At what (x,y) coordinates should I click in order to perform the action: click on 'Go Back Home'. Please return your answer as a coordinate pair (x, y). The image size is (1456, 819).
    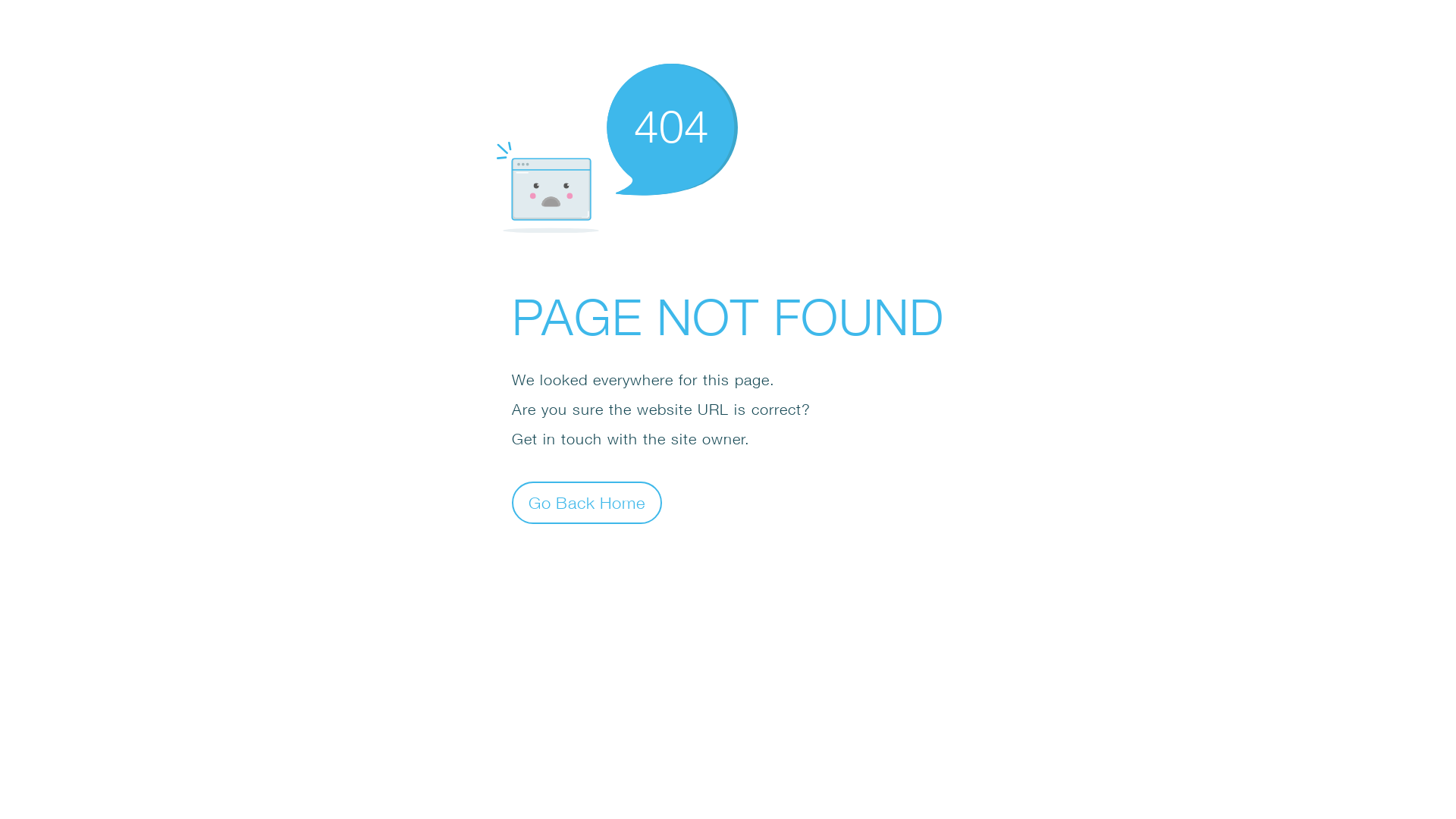
    Looking at the image, I should click on (585, 503).